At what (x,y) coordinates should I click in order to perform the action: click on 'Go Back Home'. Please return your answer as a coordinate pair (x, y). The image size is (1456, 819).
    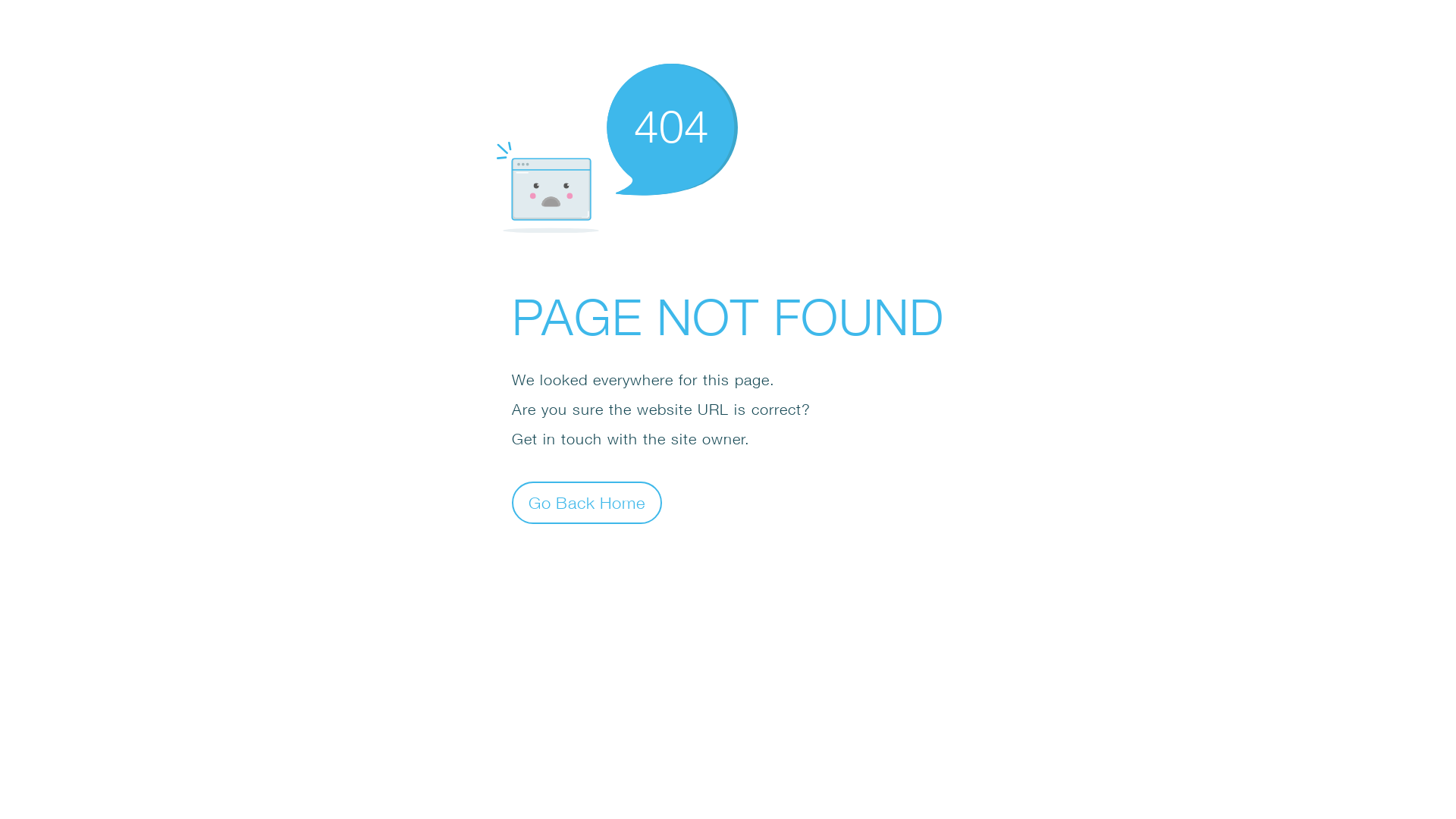
    Looking at the image, I should click on (585, 503).